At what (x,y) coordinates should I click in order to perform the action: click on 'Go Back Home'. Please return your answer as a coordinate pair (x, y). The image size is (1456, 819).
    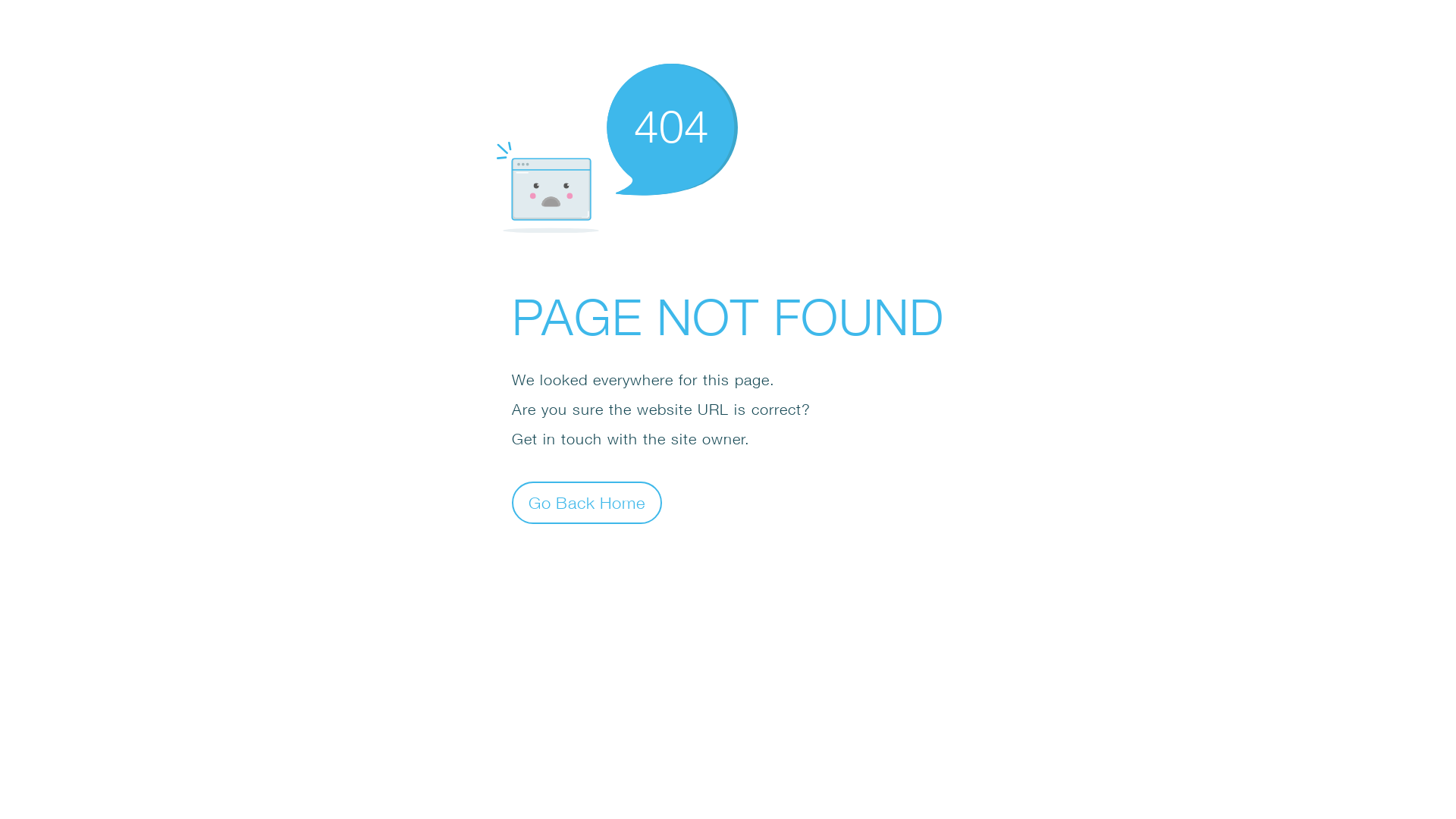
    Looking at the image, I should click on (585, 503).